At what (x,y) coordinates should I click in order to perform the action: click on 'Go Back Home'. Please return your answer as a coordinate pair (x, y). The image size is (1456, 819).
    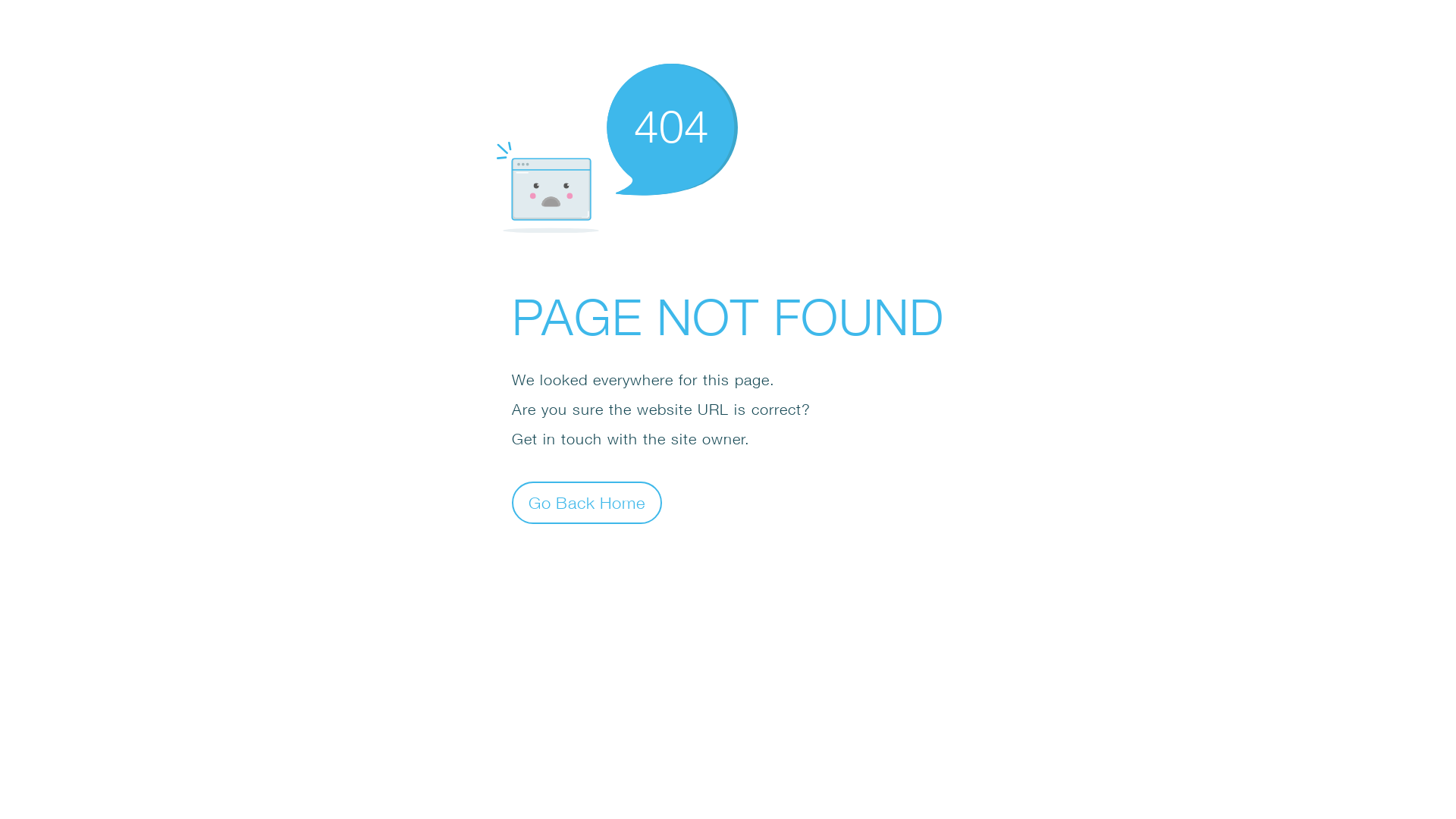
    Looking at the image, I should click on (585, 503).